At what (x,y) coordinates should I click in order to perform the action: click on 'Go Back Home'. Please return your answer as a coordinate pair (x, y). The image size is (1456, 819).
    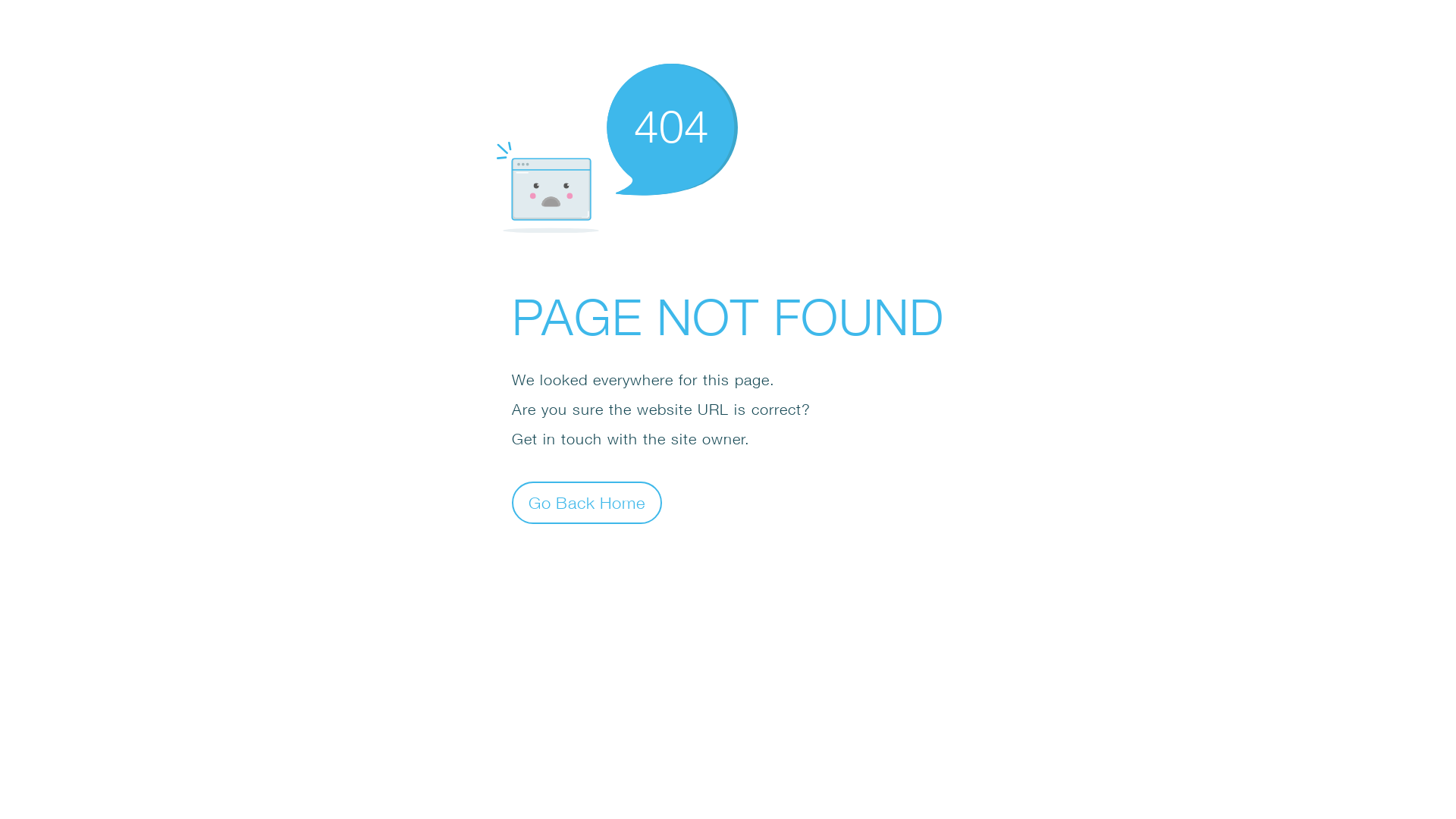
    Looking at the image, I should click on (585, 503).